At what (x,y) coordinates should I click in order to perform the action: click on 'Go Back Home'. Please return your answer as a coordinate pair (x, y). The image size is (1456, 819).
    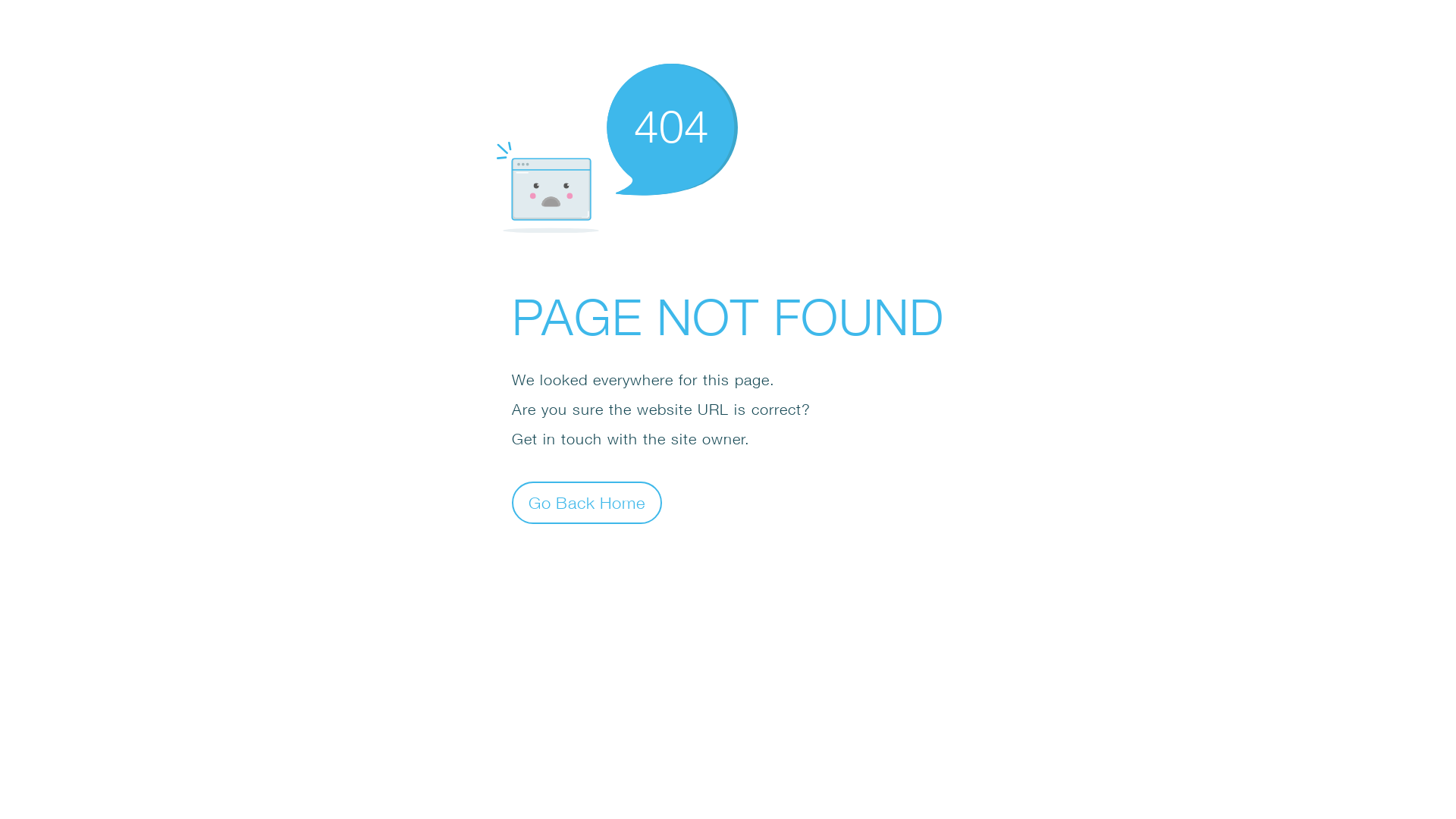
    Looking at the image, I should click on (585, 503).